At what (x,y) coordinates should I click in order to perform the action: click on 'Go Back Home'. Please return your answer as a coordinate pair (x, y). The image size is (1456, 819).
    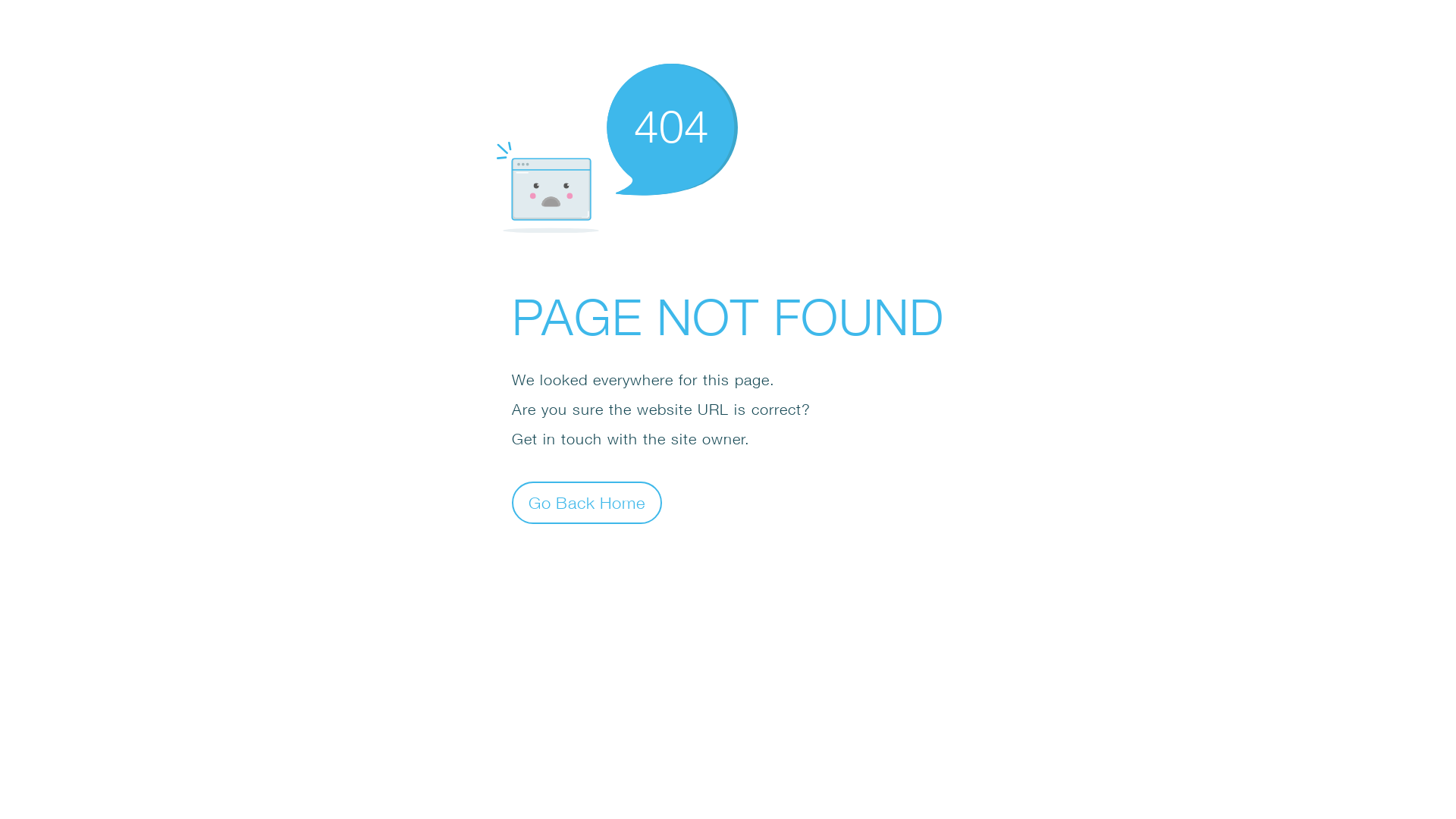
    Looking at the image, I should click on (585, 503).